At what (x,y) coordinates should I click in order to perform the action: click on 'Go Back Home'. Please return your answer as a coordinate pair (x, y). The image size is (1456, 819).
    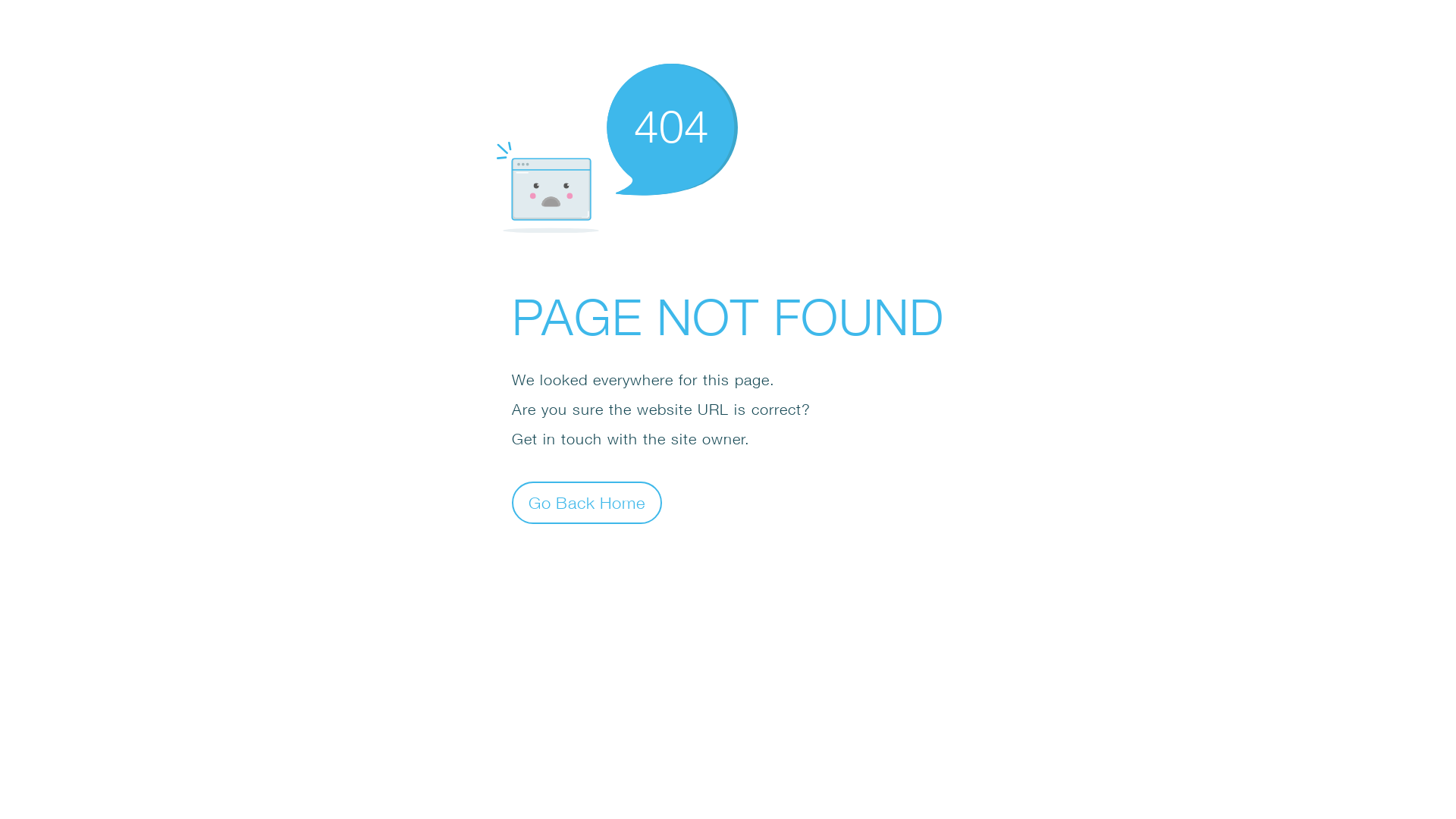
    Looking at the image, I should click on (585, 503).